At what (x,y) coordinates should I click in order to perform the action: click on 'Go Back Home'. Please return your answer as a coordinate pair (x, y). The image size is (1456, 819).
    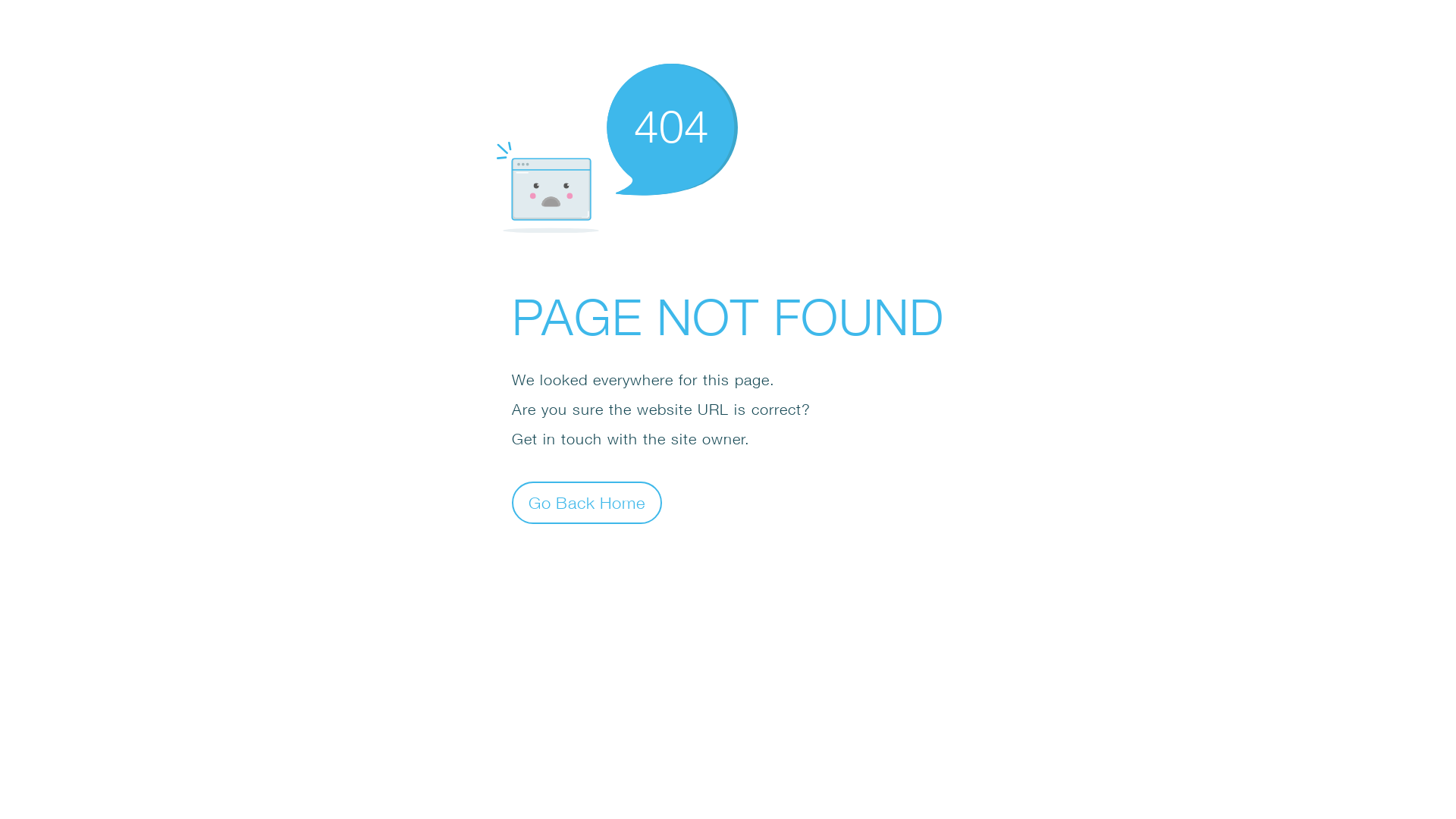
    Looking at the image, I should click on (585, 503).